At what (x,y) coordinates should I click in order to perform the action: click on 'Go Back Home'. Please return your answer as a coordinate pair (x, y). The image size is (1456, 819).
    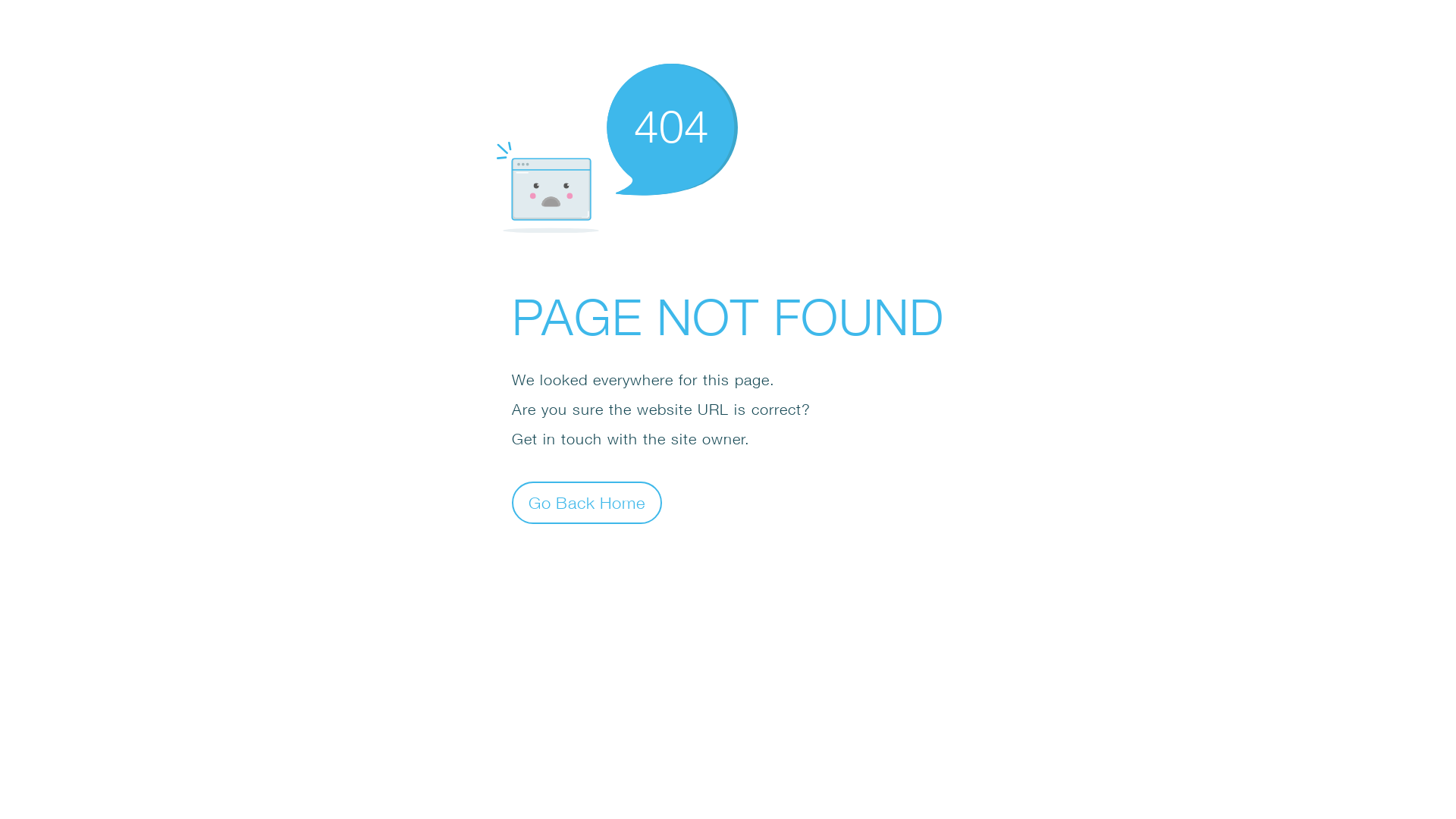
    Looking at the image, I should click on (585, 503).